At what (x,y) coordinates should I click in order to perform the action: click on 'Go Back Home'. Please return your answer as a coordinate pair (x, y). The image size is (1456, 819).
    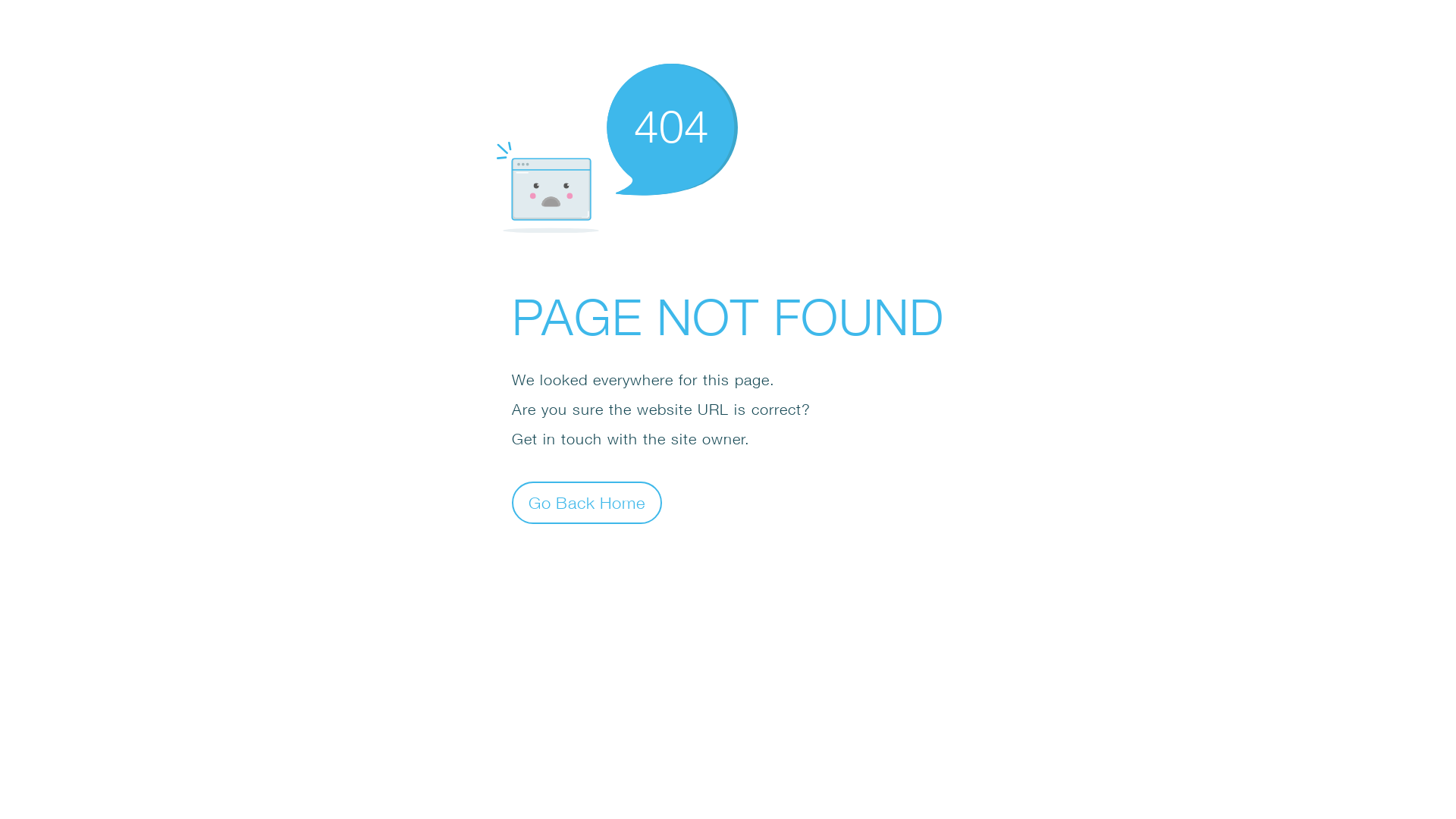
    Looking at the image, I should click on (585, 503).